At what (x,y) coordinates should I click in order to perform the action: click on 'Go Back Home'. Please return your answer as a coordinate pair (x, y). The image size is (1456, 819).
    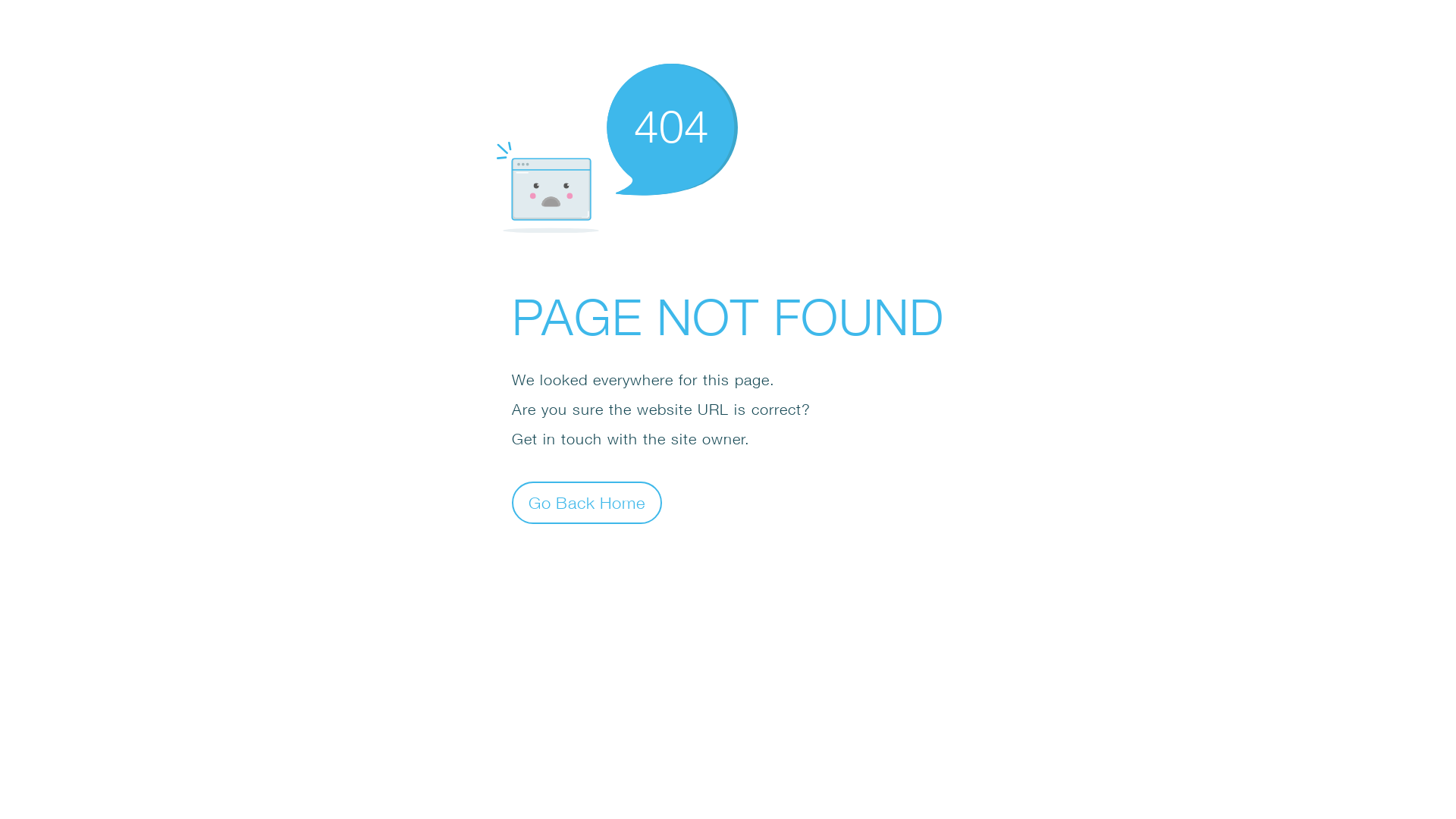
    Looking at the image, I should click on (585, 503).